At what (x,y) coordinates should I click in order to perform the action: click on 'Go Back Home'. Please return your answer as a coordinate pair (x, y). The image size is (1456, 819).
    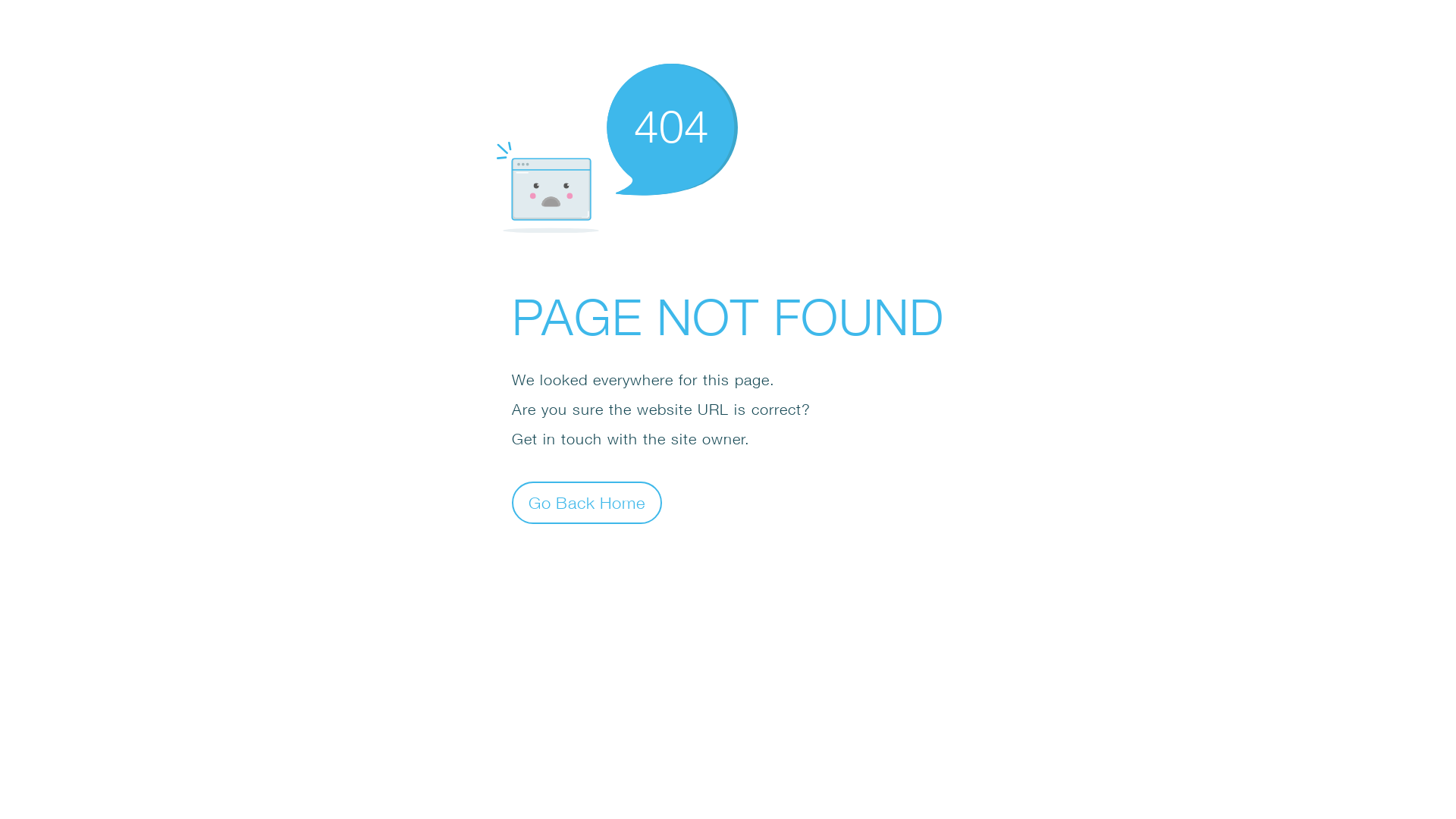
    Looking at the image, I should click on (585, 503).